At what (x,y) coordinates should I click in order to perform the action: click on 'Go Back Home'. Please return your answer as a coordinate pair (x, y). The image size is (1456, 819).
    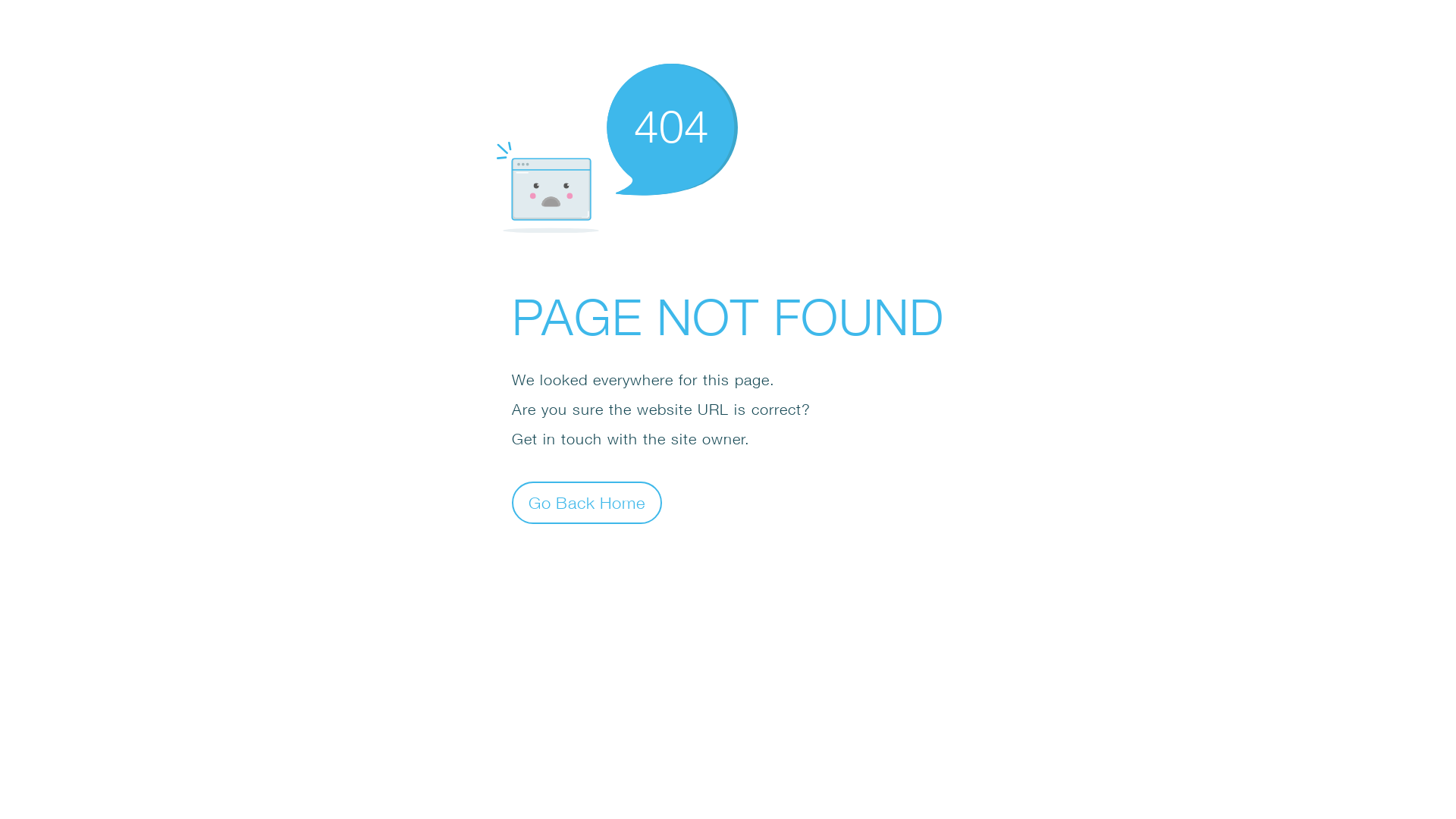
    Looking at the image, I should click on (585, 503).